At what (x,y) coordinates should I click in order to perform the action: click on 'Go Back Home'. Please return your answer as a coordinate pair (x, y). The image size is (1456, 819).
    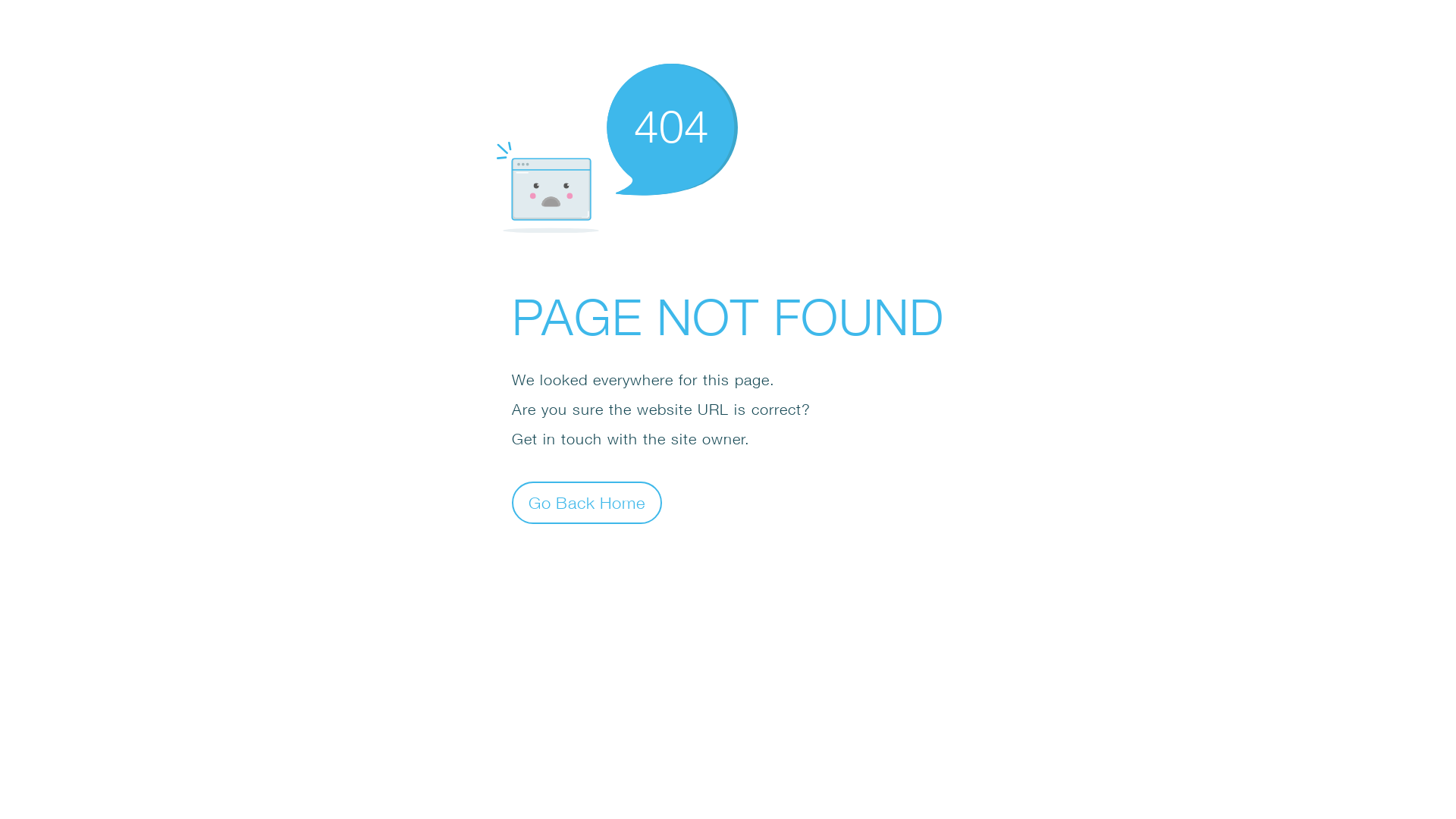
    Looking at the image, I should click on (585, 503).